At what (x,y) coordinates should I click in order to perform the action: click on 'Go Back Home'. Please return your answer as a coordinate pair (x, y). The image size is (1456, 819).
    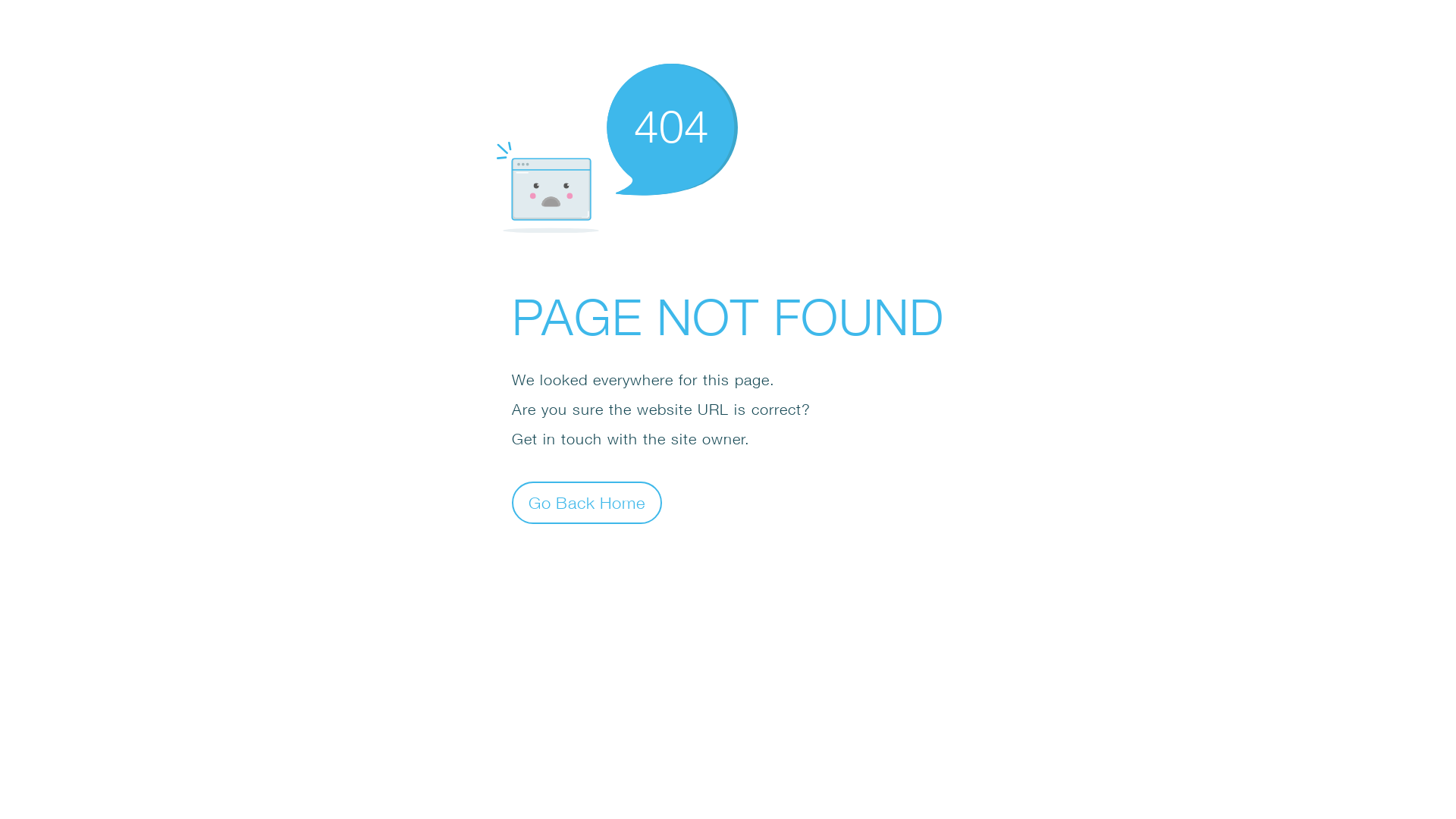
    Looking at the image, I should click on (585, 503).